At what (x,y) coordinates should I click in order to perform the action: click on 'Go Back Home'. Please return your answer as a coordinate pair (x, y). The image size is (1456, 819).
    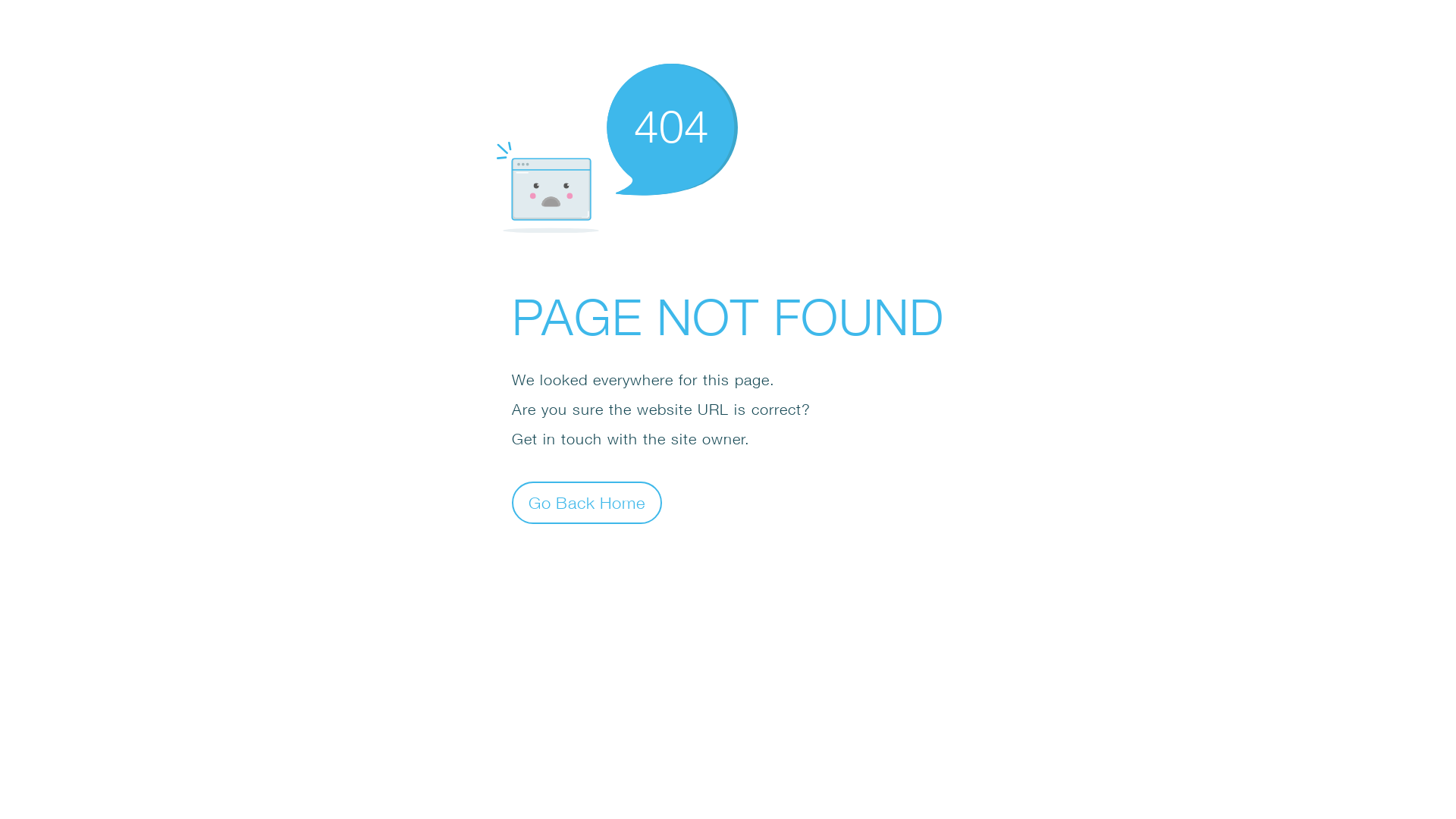
    Looking at the image, I should click on (585, 503).